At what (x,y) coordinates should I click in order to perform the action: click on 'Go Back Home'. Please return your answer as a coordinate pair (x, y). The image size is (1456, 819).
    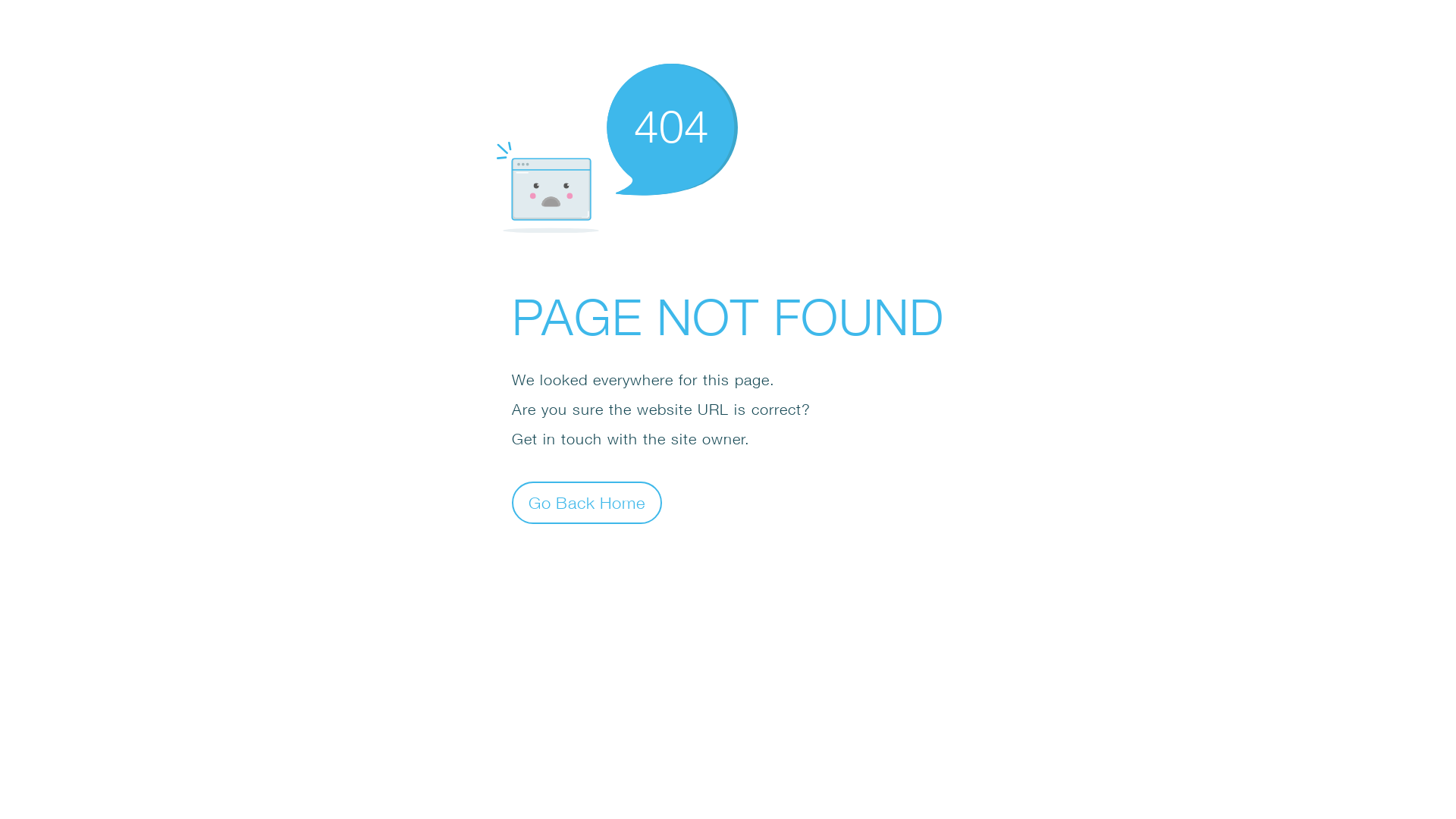
    Looking at the image, I should click on (585, 503).